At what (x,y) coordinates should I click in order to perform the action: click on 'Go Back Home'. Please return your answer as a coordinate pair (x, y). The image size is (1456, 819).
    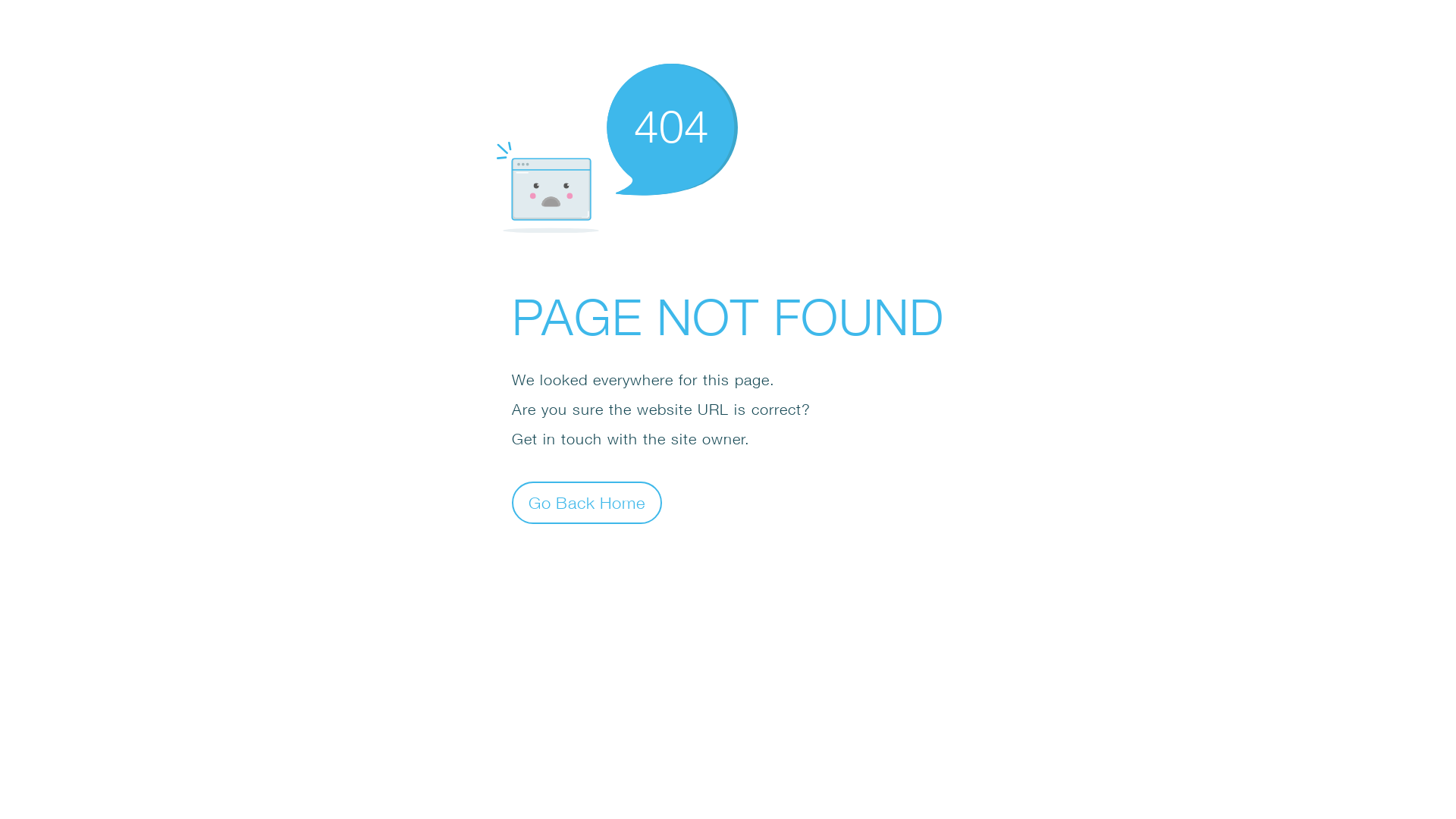
    Looking at the image, I should click on (585, 503).